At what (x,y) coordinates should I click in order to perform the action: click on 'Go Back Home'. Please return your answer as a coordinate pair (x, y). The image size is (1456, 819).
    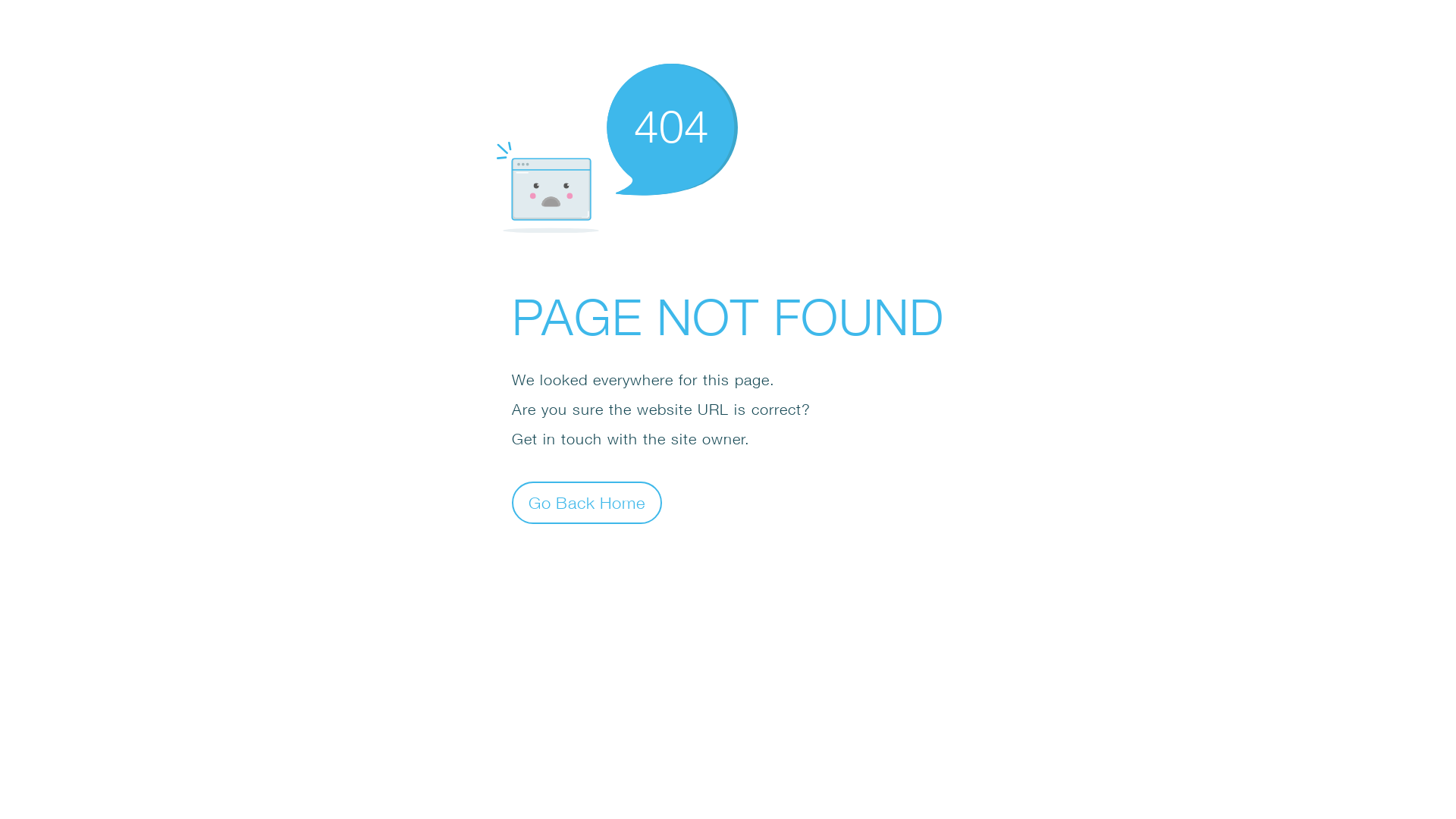
    Looking at the image, I should click on (585, 503).